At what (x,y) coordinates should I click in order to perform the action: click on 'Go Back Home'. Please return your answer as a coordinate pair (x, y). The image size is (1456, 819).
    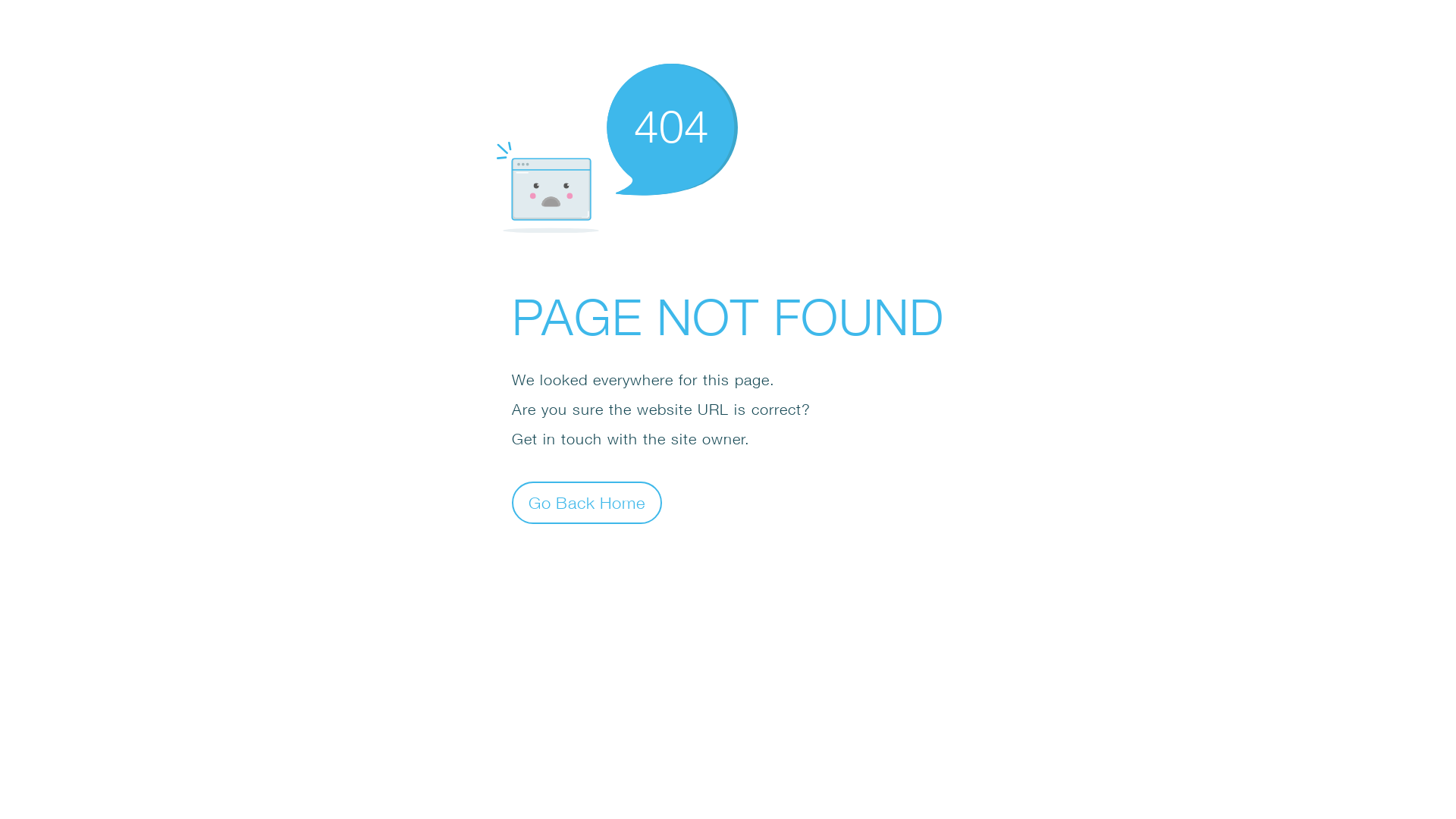
    Looking at the image, I should click on (585, 503).